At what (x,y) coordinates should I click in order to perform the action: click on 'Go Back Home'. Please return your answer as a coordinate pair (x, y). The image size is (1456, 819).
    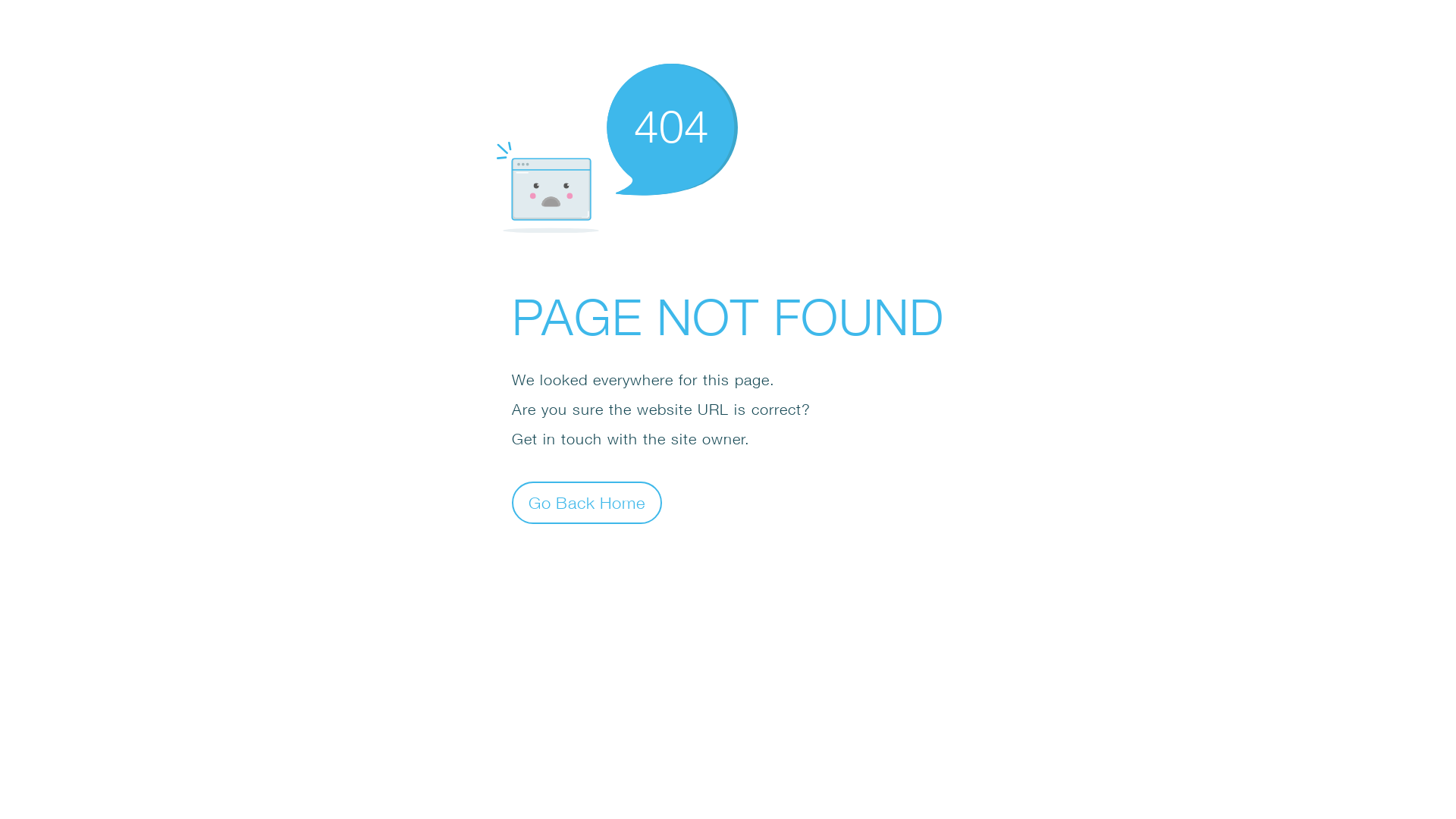
    Looking at the image, I should click on (585, 503).